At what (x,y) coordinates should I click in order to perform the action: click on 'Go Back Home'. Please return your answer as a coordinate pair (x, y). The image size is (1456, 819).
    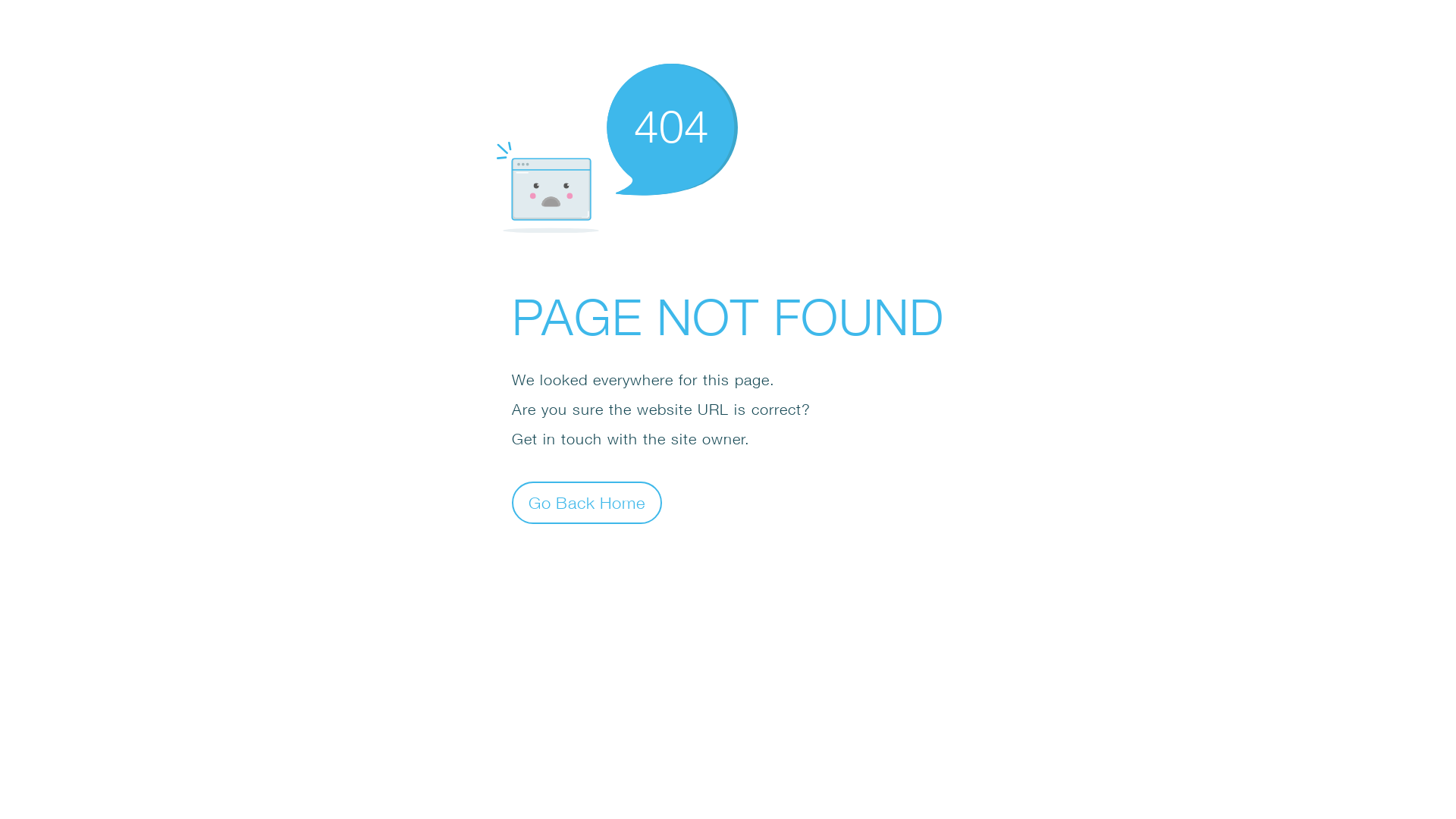
    Looking at the image, I should click on (585, 503).